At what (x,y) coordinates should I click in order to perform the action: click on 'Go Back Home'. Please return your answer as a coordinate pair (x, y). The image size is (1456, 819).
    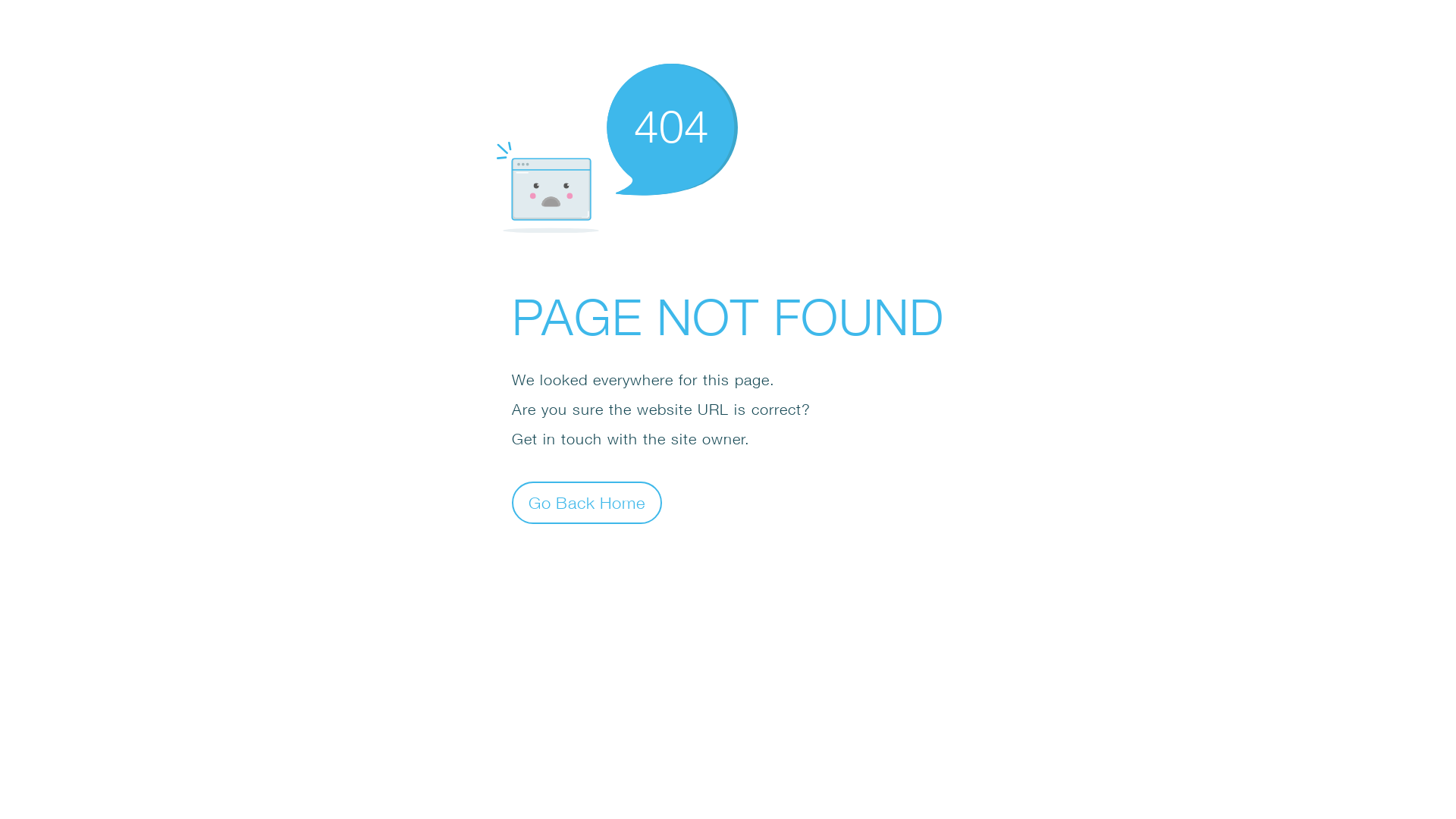
    Looking at the image, I should click on (585, 503).